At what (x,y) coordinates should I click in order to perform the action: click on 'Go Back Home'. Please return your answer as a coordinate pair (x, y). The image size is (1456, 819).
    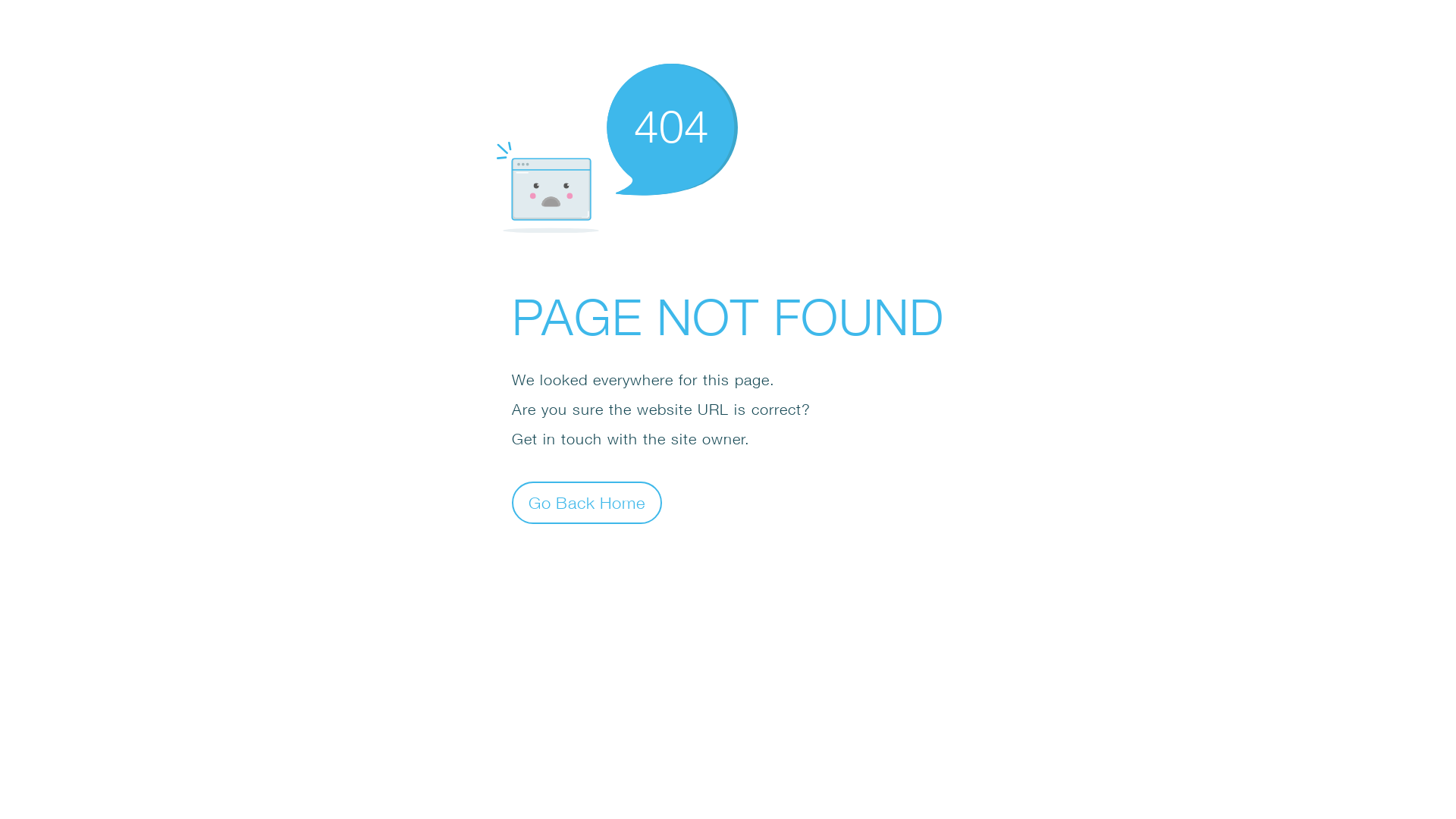
    Looking at the image, I should click on (585, 503).